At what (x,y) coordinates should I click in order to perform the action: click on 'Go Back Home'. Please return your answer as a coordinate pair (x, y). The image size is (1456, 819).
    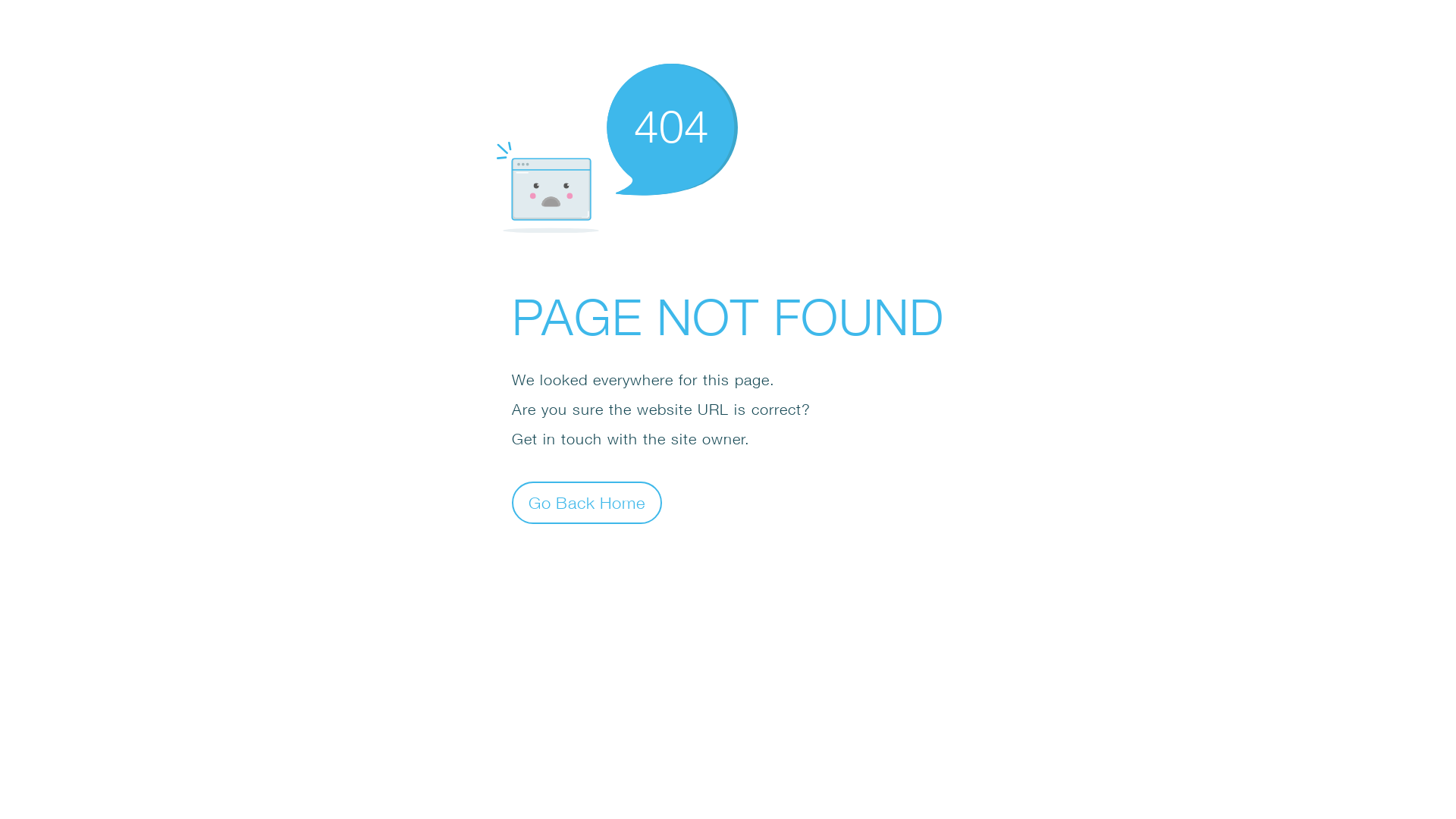
    Looking at the image, I should click on (585, 503).